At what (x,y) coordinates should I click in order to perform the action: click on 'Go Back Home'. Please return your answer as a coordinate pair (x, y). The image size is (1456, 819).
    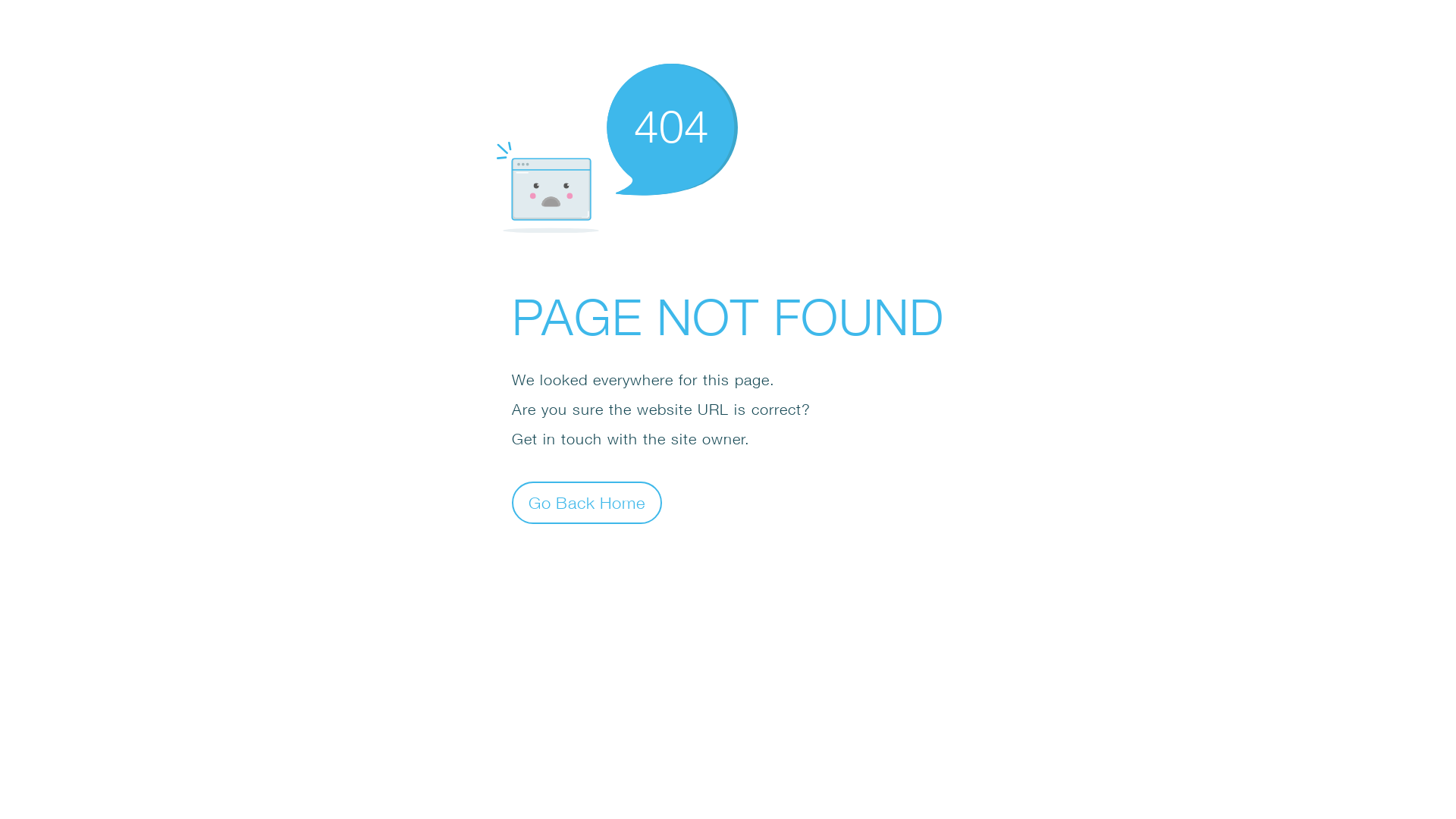
    Looking at the image, I should click on (585, 503).